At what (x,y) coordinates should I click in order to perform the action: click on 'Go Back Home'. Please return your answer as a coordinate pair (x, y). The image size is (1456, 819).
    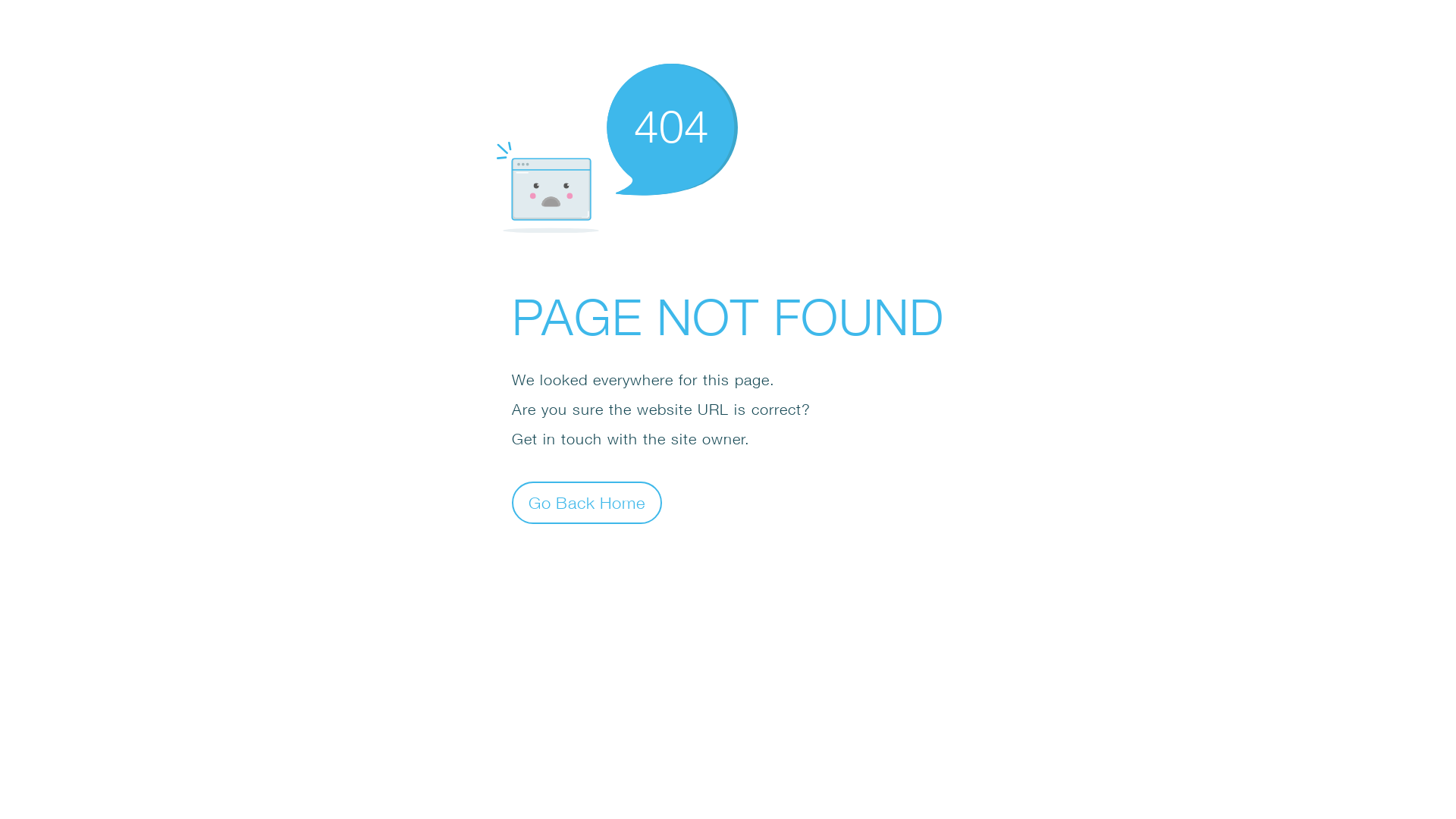
    Looking at the image, I should click on (585, 503).